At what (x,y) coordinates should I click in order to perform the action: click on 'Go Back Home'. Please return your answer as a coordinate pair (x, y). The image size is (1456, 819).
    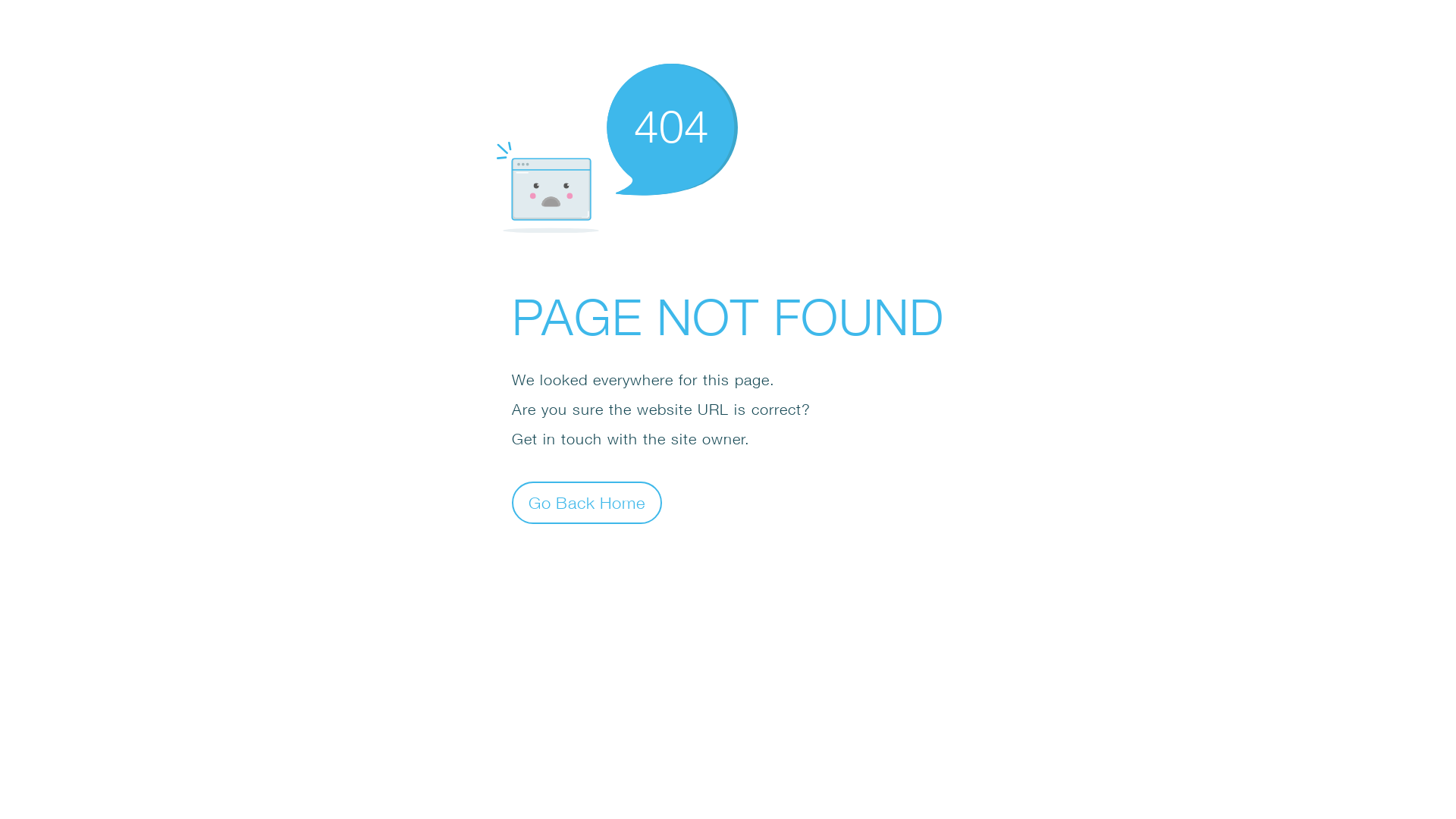
    Looking at the image, I should click on (585, 503).